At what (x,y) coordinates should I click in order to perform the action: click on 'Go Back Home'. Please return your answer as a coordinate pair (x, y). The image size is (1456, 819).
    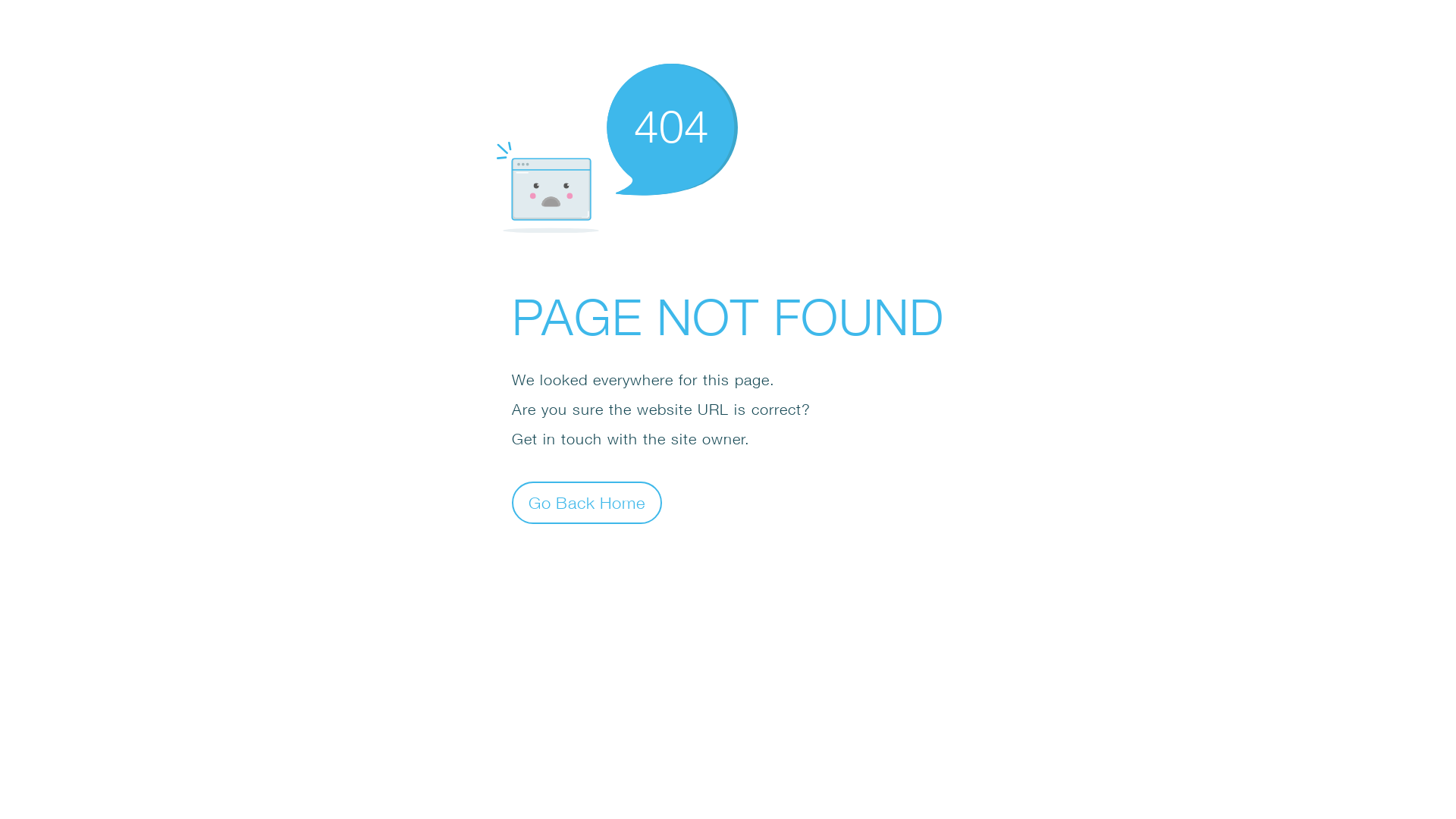
    Looking at the image, I should click on (585, 503).